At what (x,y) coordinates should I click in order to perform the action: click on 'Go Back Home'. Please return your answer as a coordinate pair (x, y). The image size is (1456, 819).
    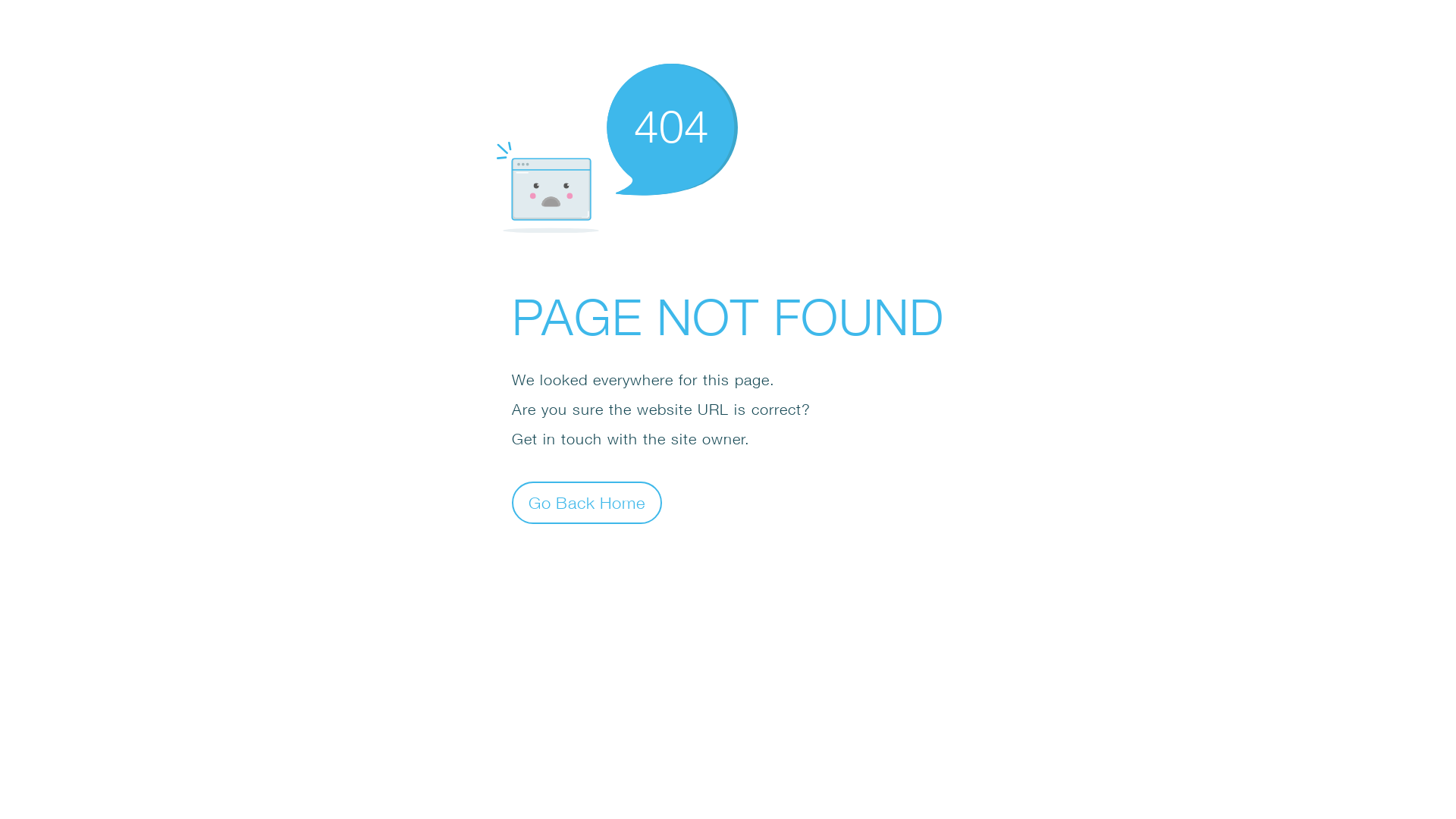
    Looking at the image, I should click on (585, 503).